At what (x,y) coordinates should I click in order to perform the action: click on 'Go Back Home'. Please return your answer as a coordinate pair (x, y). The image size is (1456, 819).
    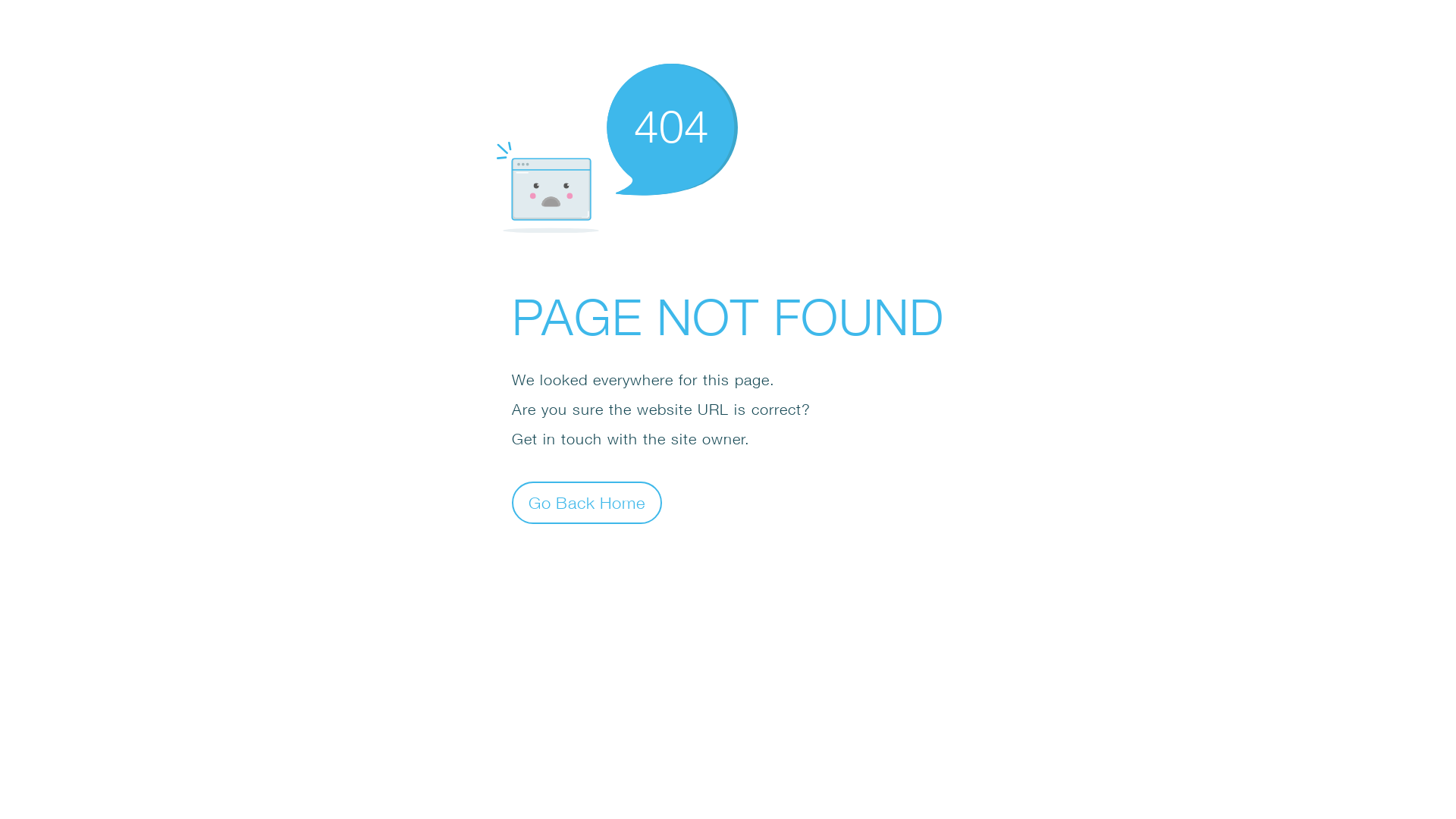
    Looking at the image, I should click on (585, 503).